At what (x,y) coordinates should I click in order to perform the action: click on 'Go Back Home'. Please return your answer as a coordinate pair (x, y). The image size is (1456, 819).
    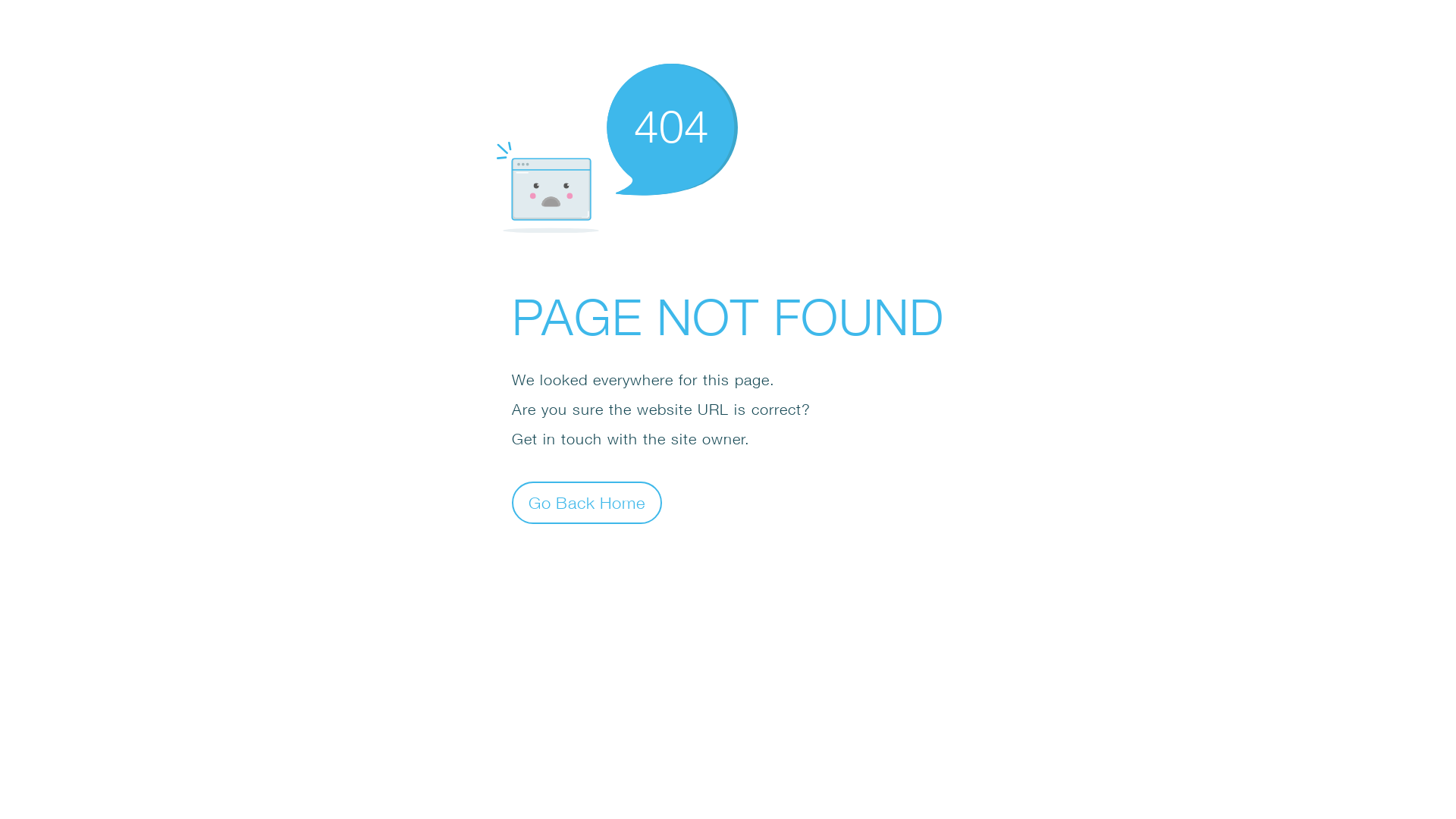
    Looking at the image, I should click on (585, 503).